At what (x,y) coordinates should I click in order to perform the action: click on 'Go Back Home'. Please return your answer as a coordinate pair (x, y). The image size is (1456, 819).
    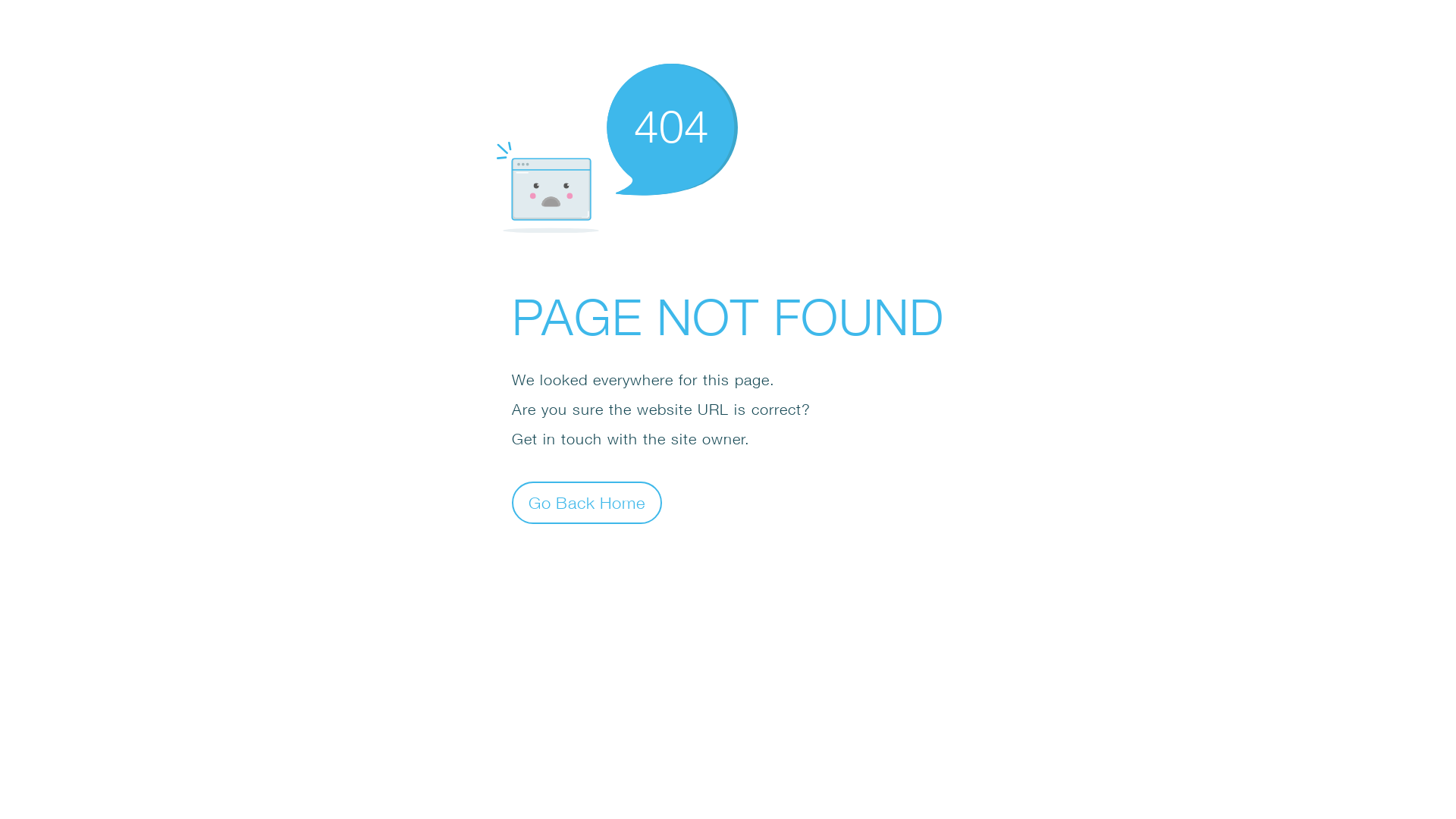
    Looking at the image, I should click on (585, 503).